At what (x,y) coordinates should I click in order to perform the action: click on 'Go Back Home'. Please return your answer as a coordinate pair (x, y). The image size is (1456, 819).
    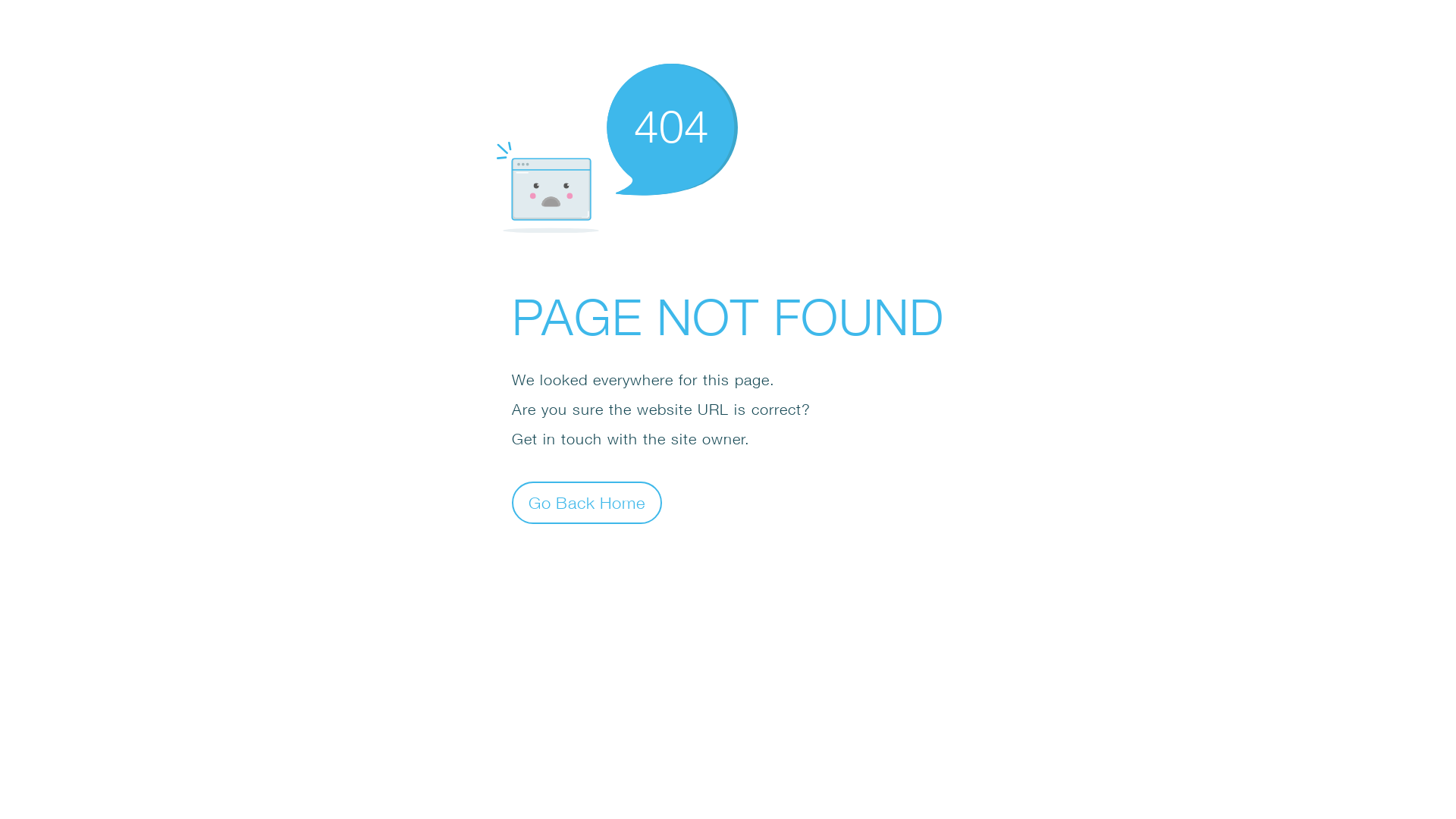
    Looking at the image, I should click on (585, 503).